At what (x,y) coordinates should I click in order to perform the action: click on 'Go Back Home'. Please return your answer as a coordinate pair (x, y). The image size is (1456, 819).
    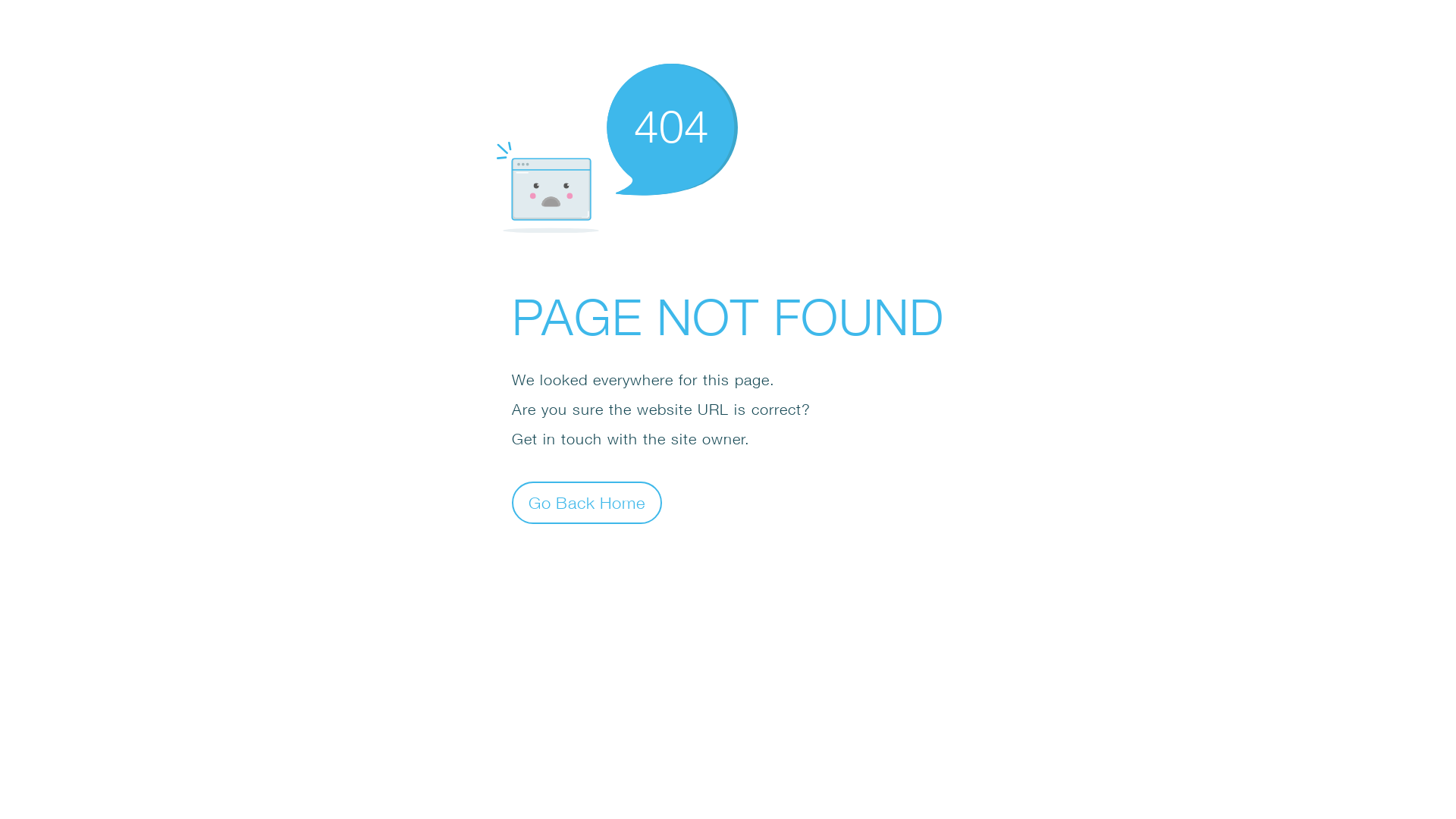
    Looking at the image, I should click on (585, 503).